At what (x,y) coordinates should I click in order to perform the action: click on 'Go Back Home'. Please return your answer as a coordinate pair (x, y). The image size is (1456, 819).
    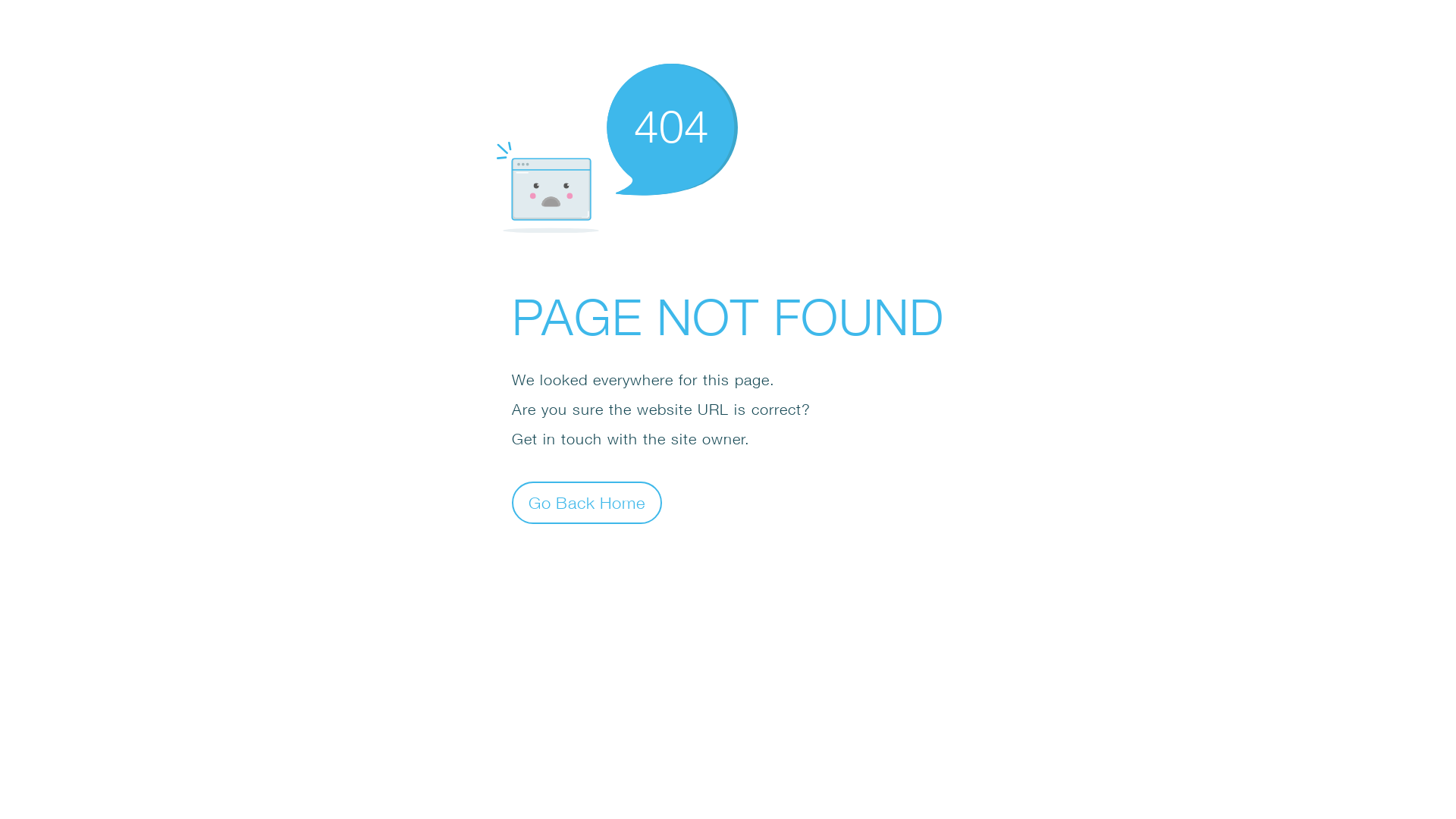
    Looking at the image, I should click on (585, 503).